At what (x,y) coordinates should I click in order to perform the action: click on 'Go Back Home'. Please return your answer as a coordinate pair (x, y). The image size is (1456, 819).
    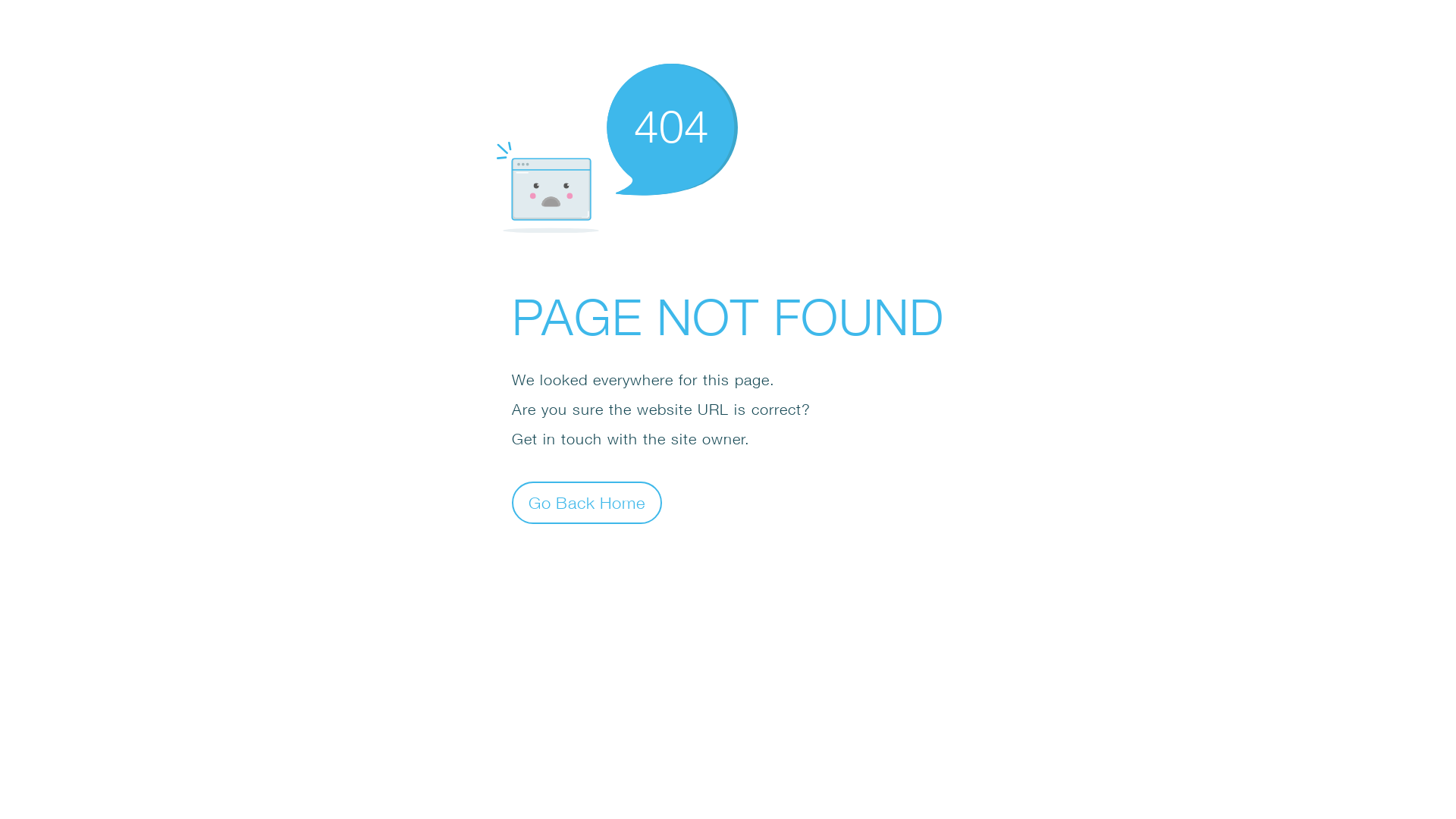
    Looking at the image, I should click on (585, 503).